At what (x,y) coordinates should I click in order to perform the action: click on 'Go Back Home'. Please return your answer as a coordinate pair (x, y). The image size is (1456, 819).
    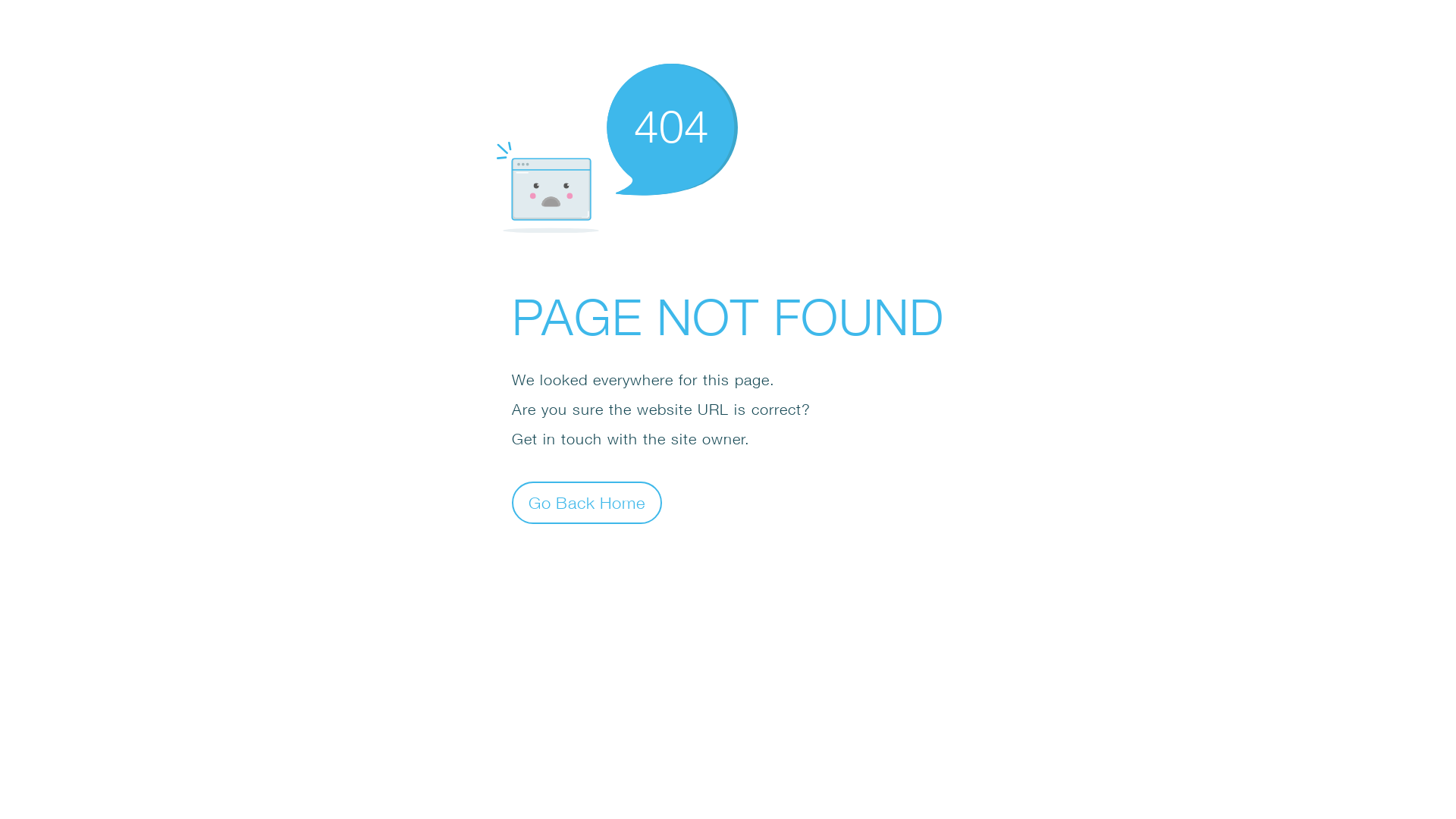
    Looking at the image, I should click on (585, 503).